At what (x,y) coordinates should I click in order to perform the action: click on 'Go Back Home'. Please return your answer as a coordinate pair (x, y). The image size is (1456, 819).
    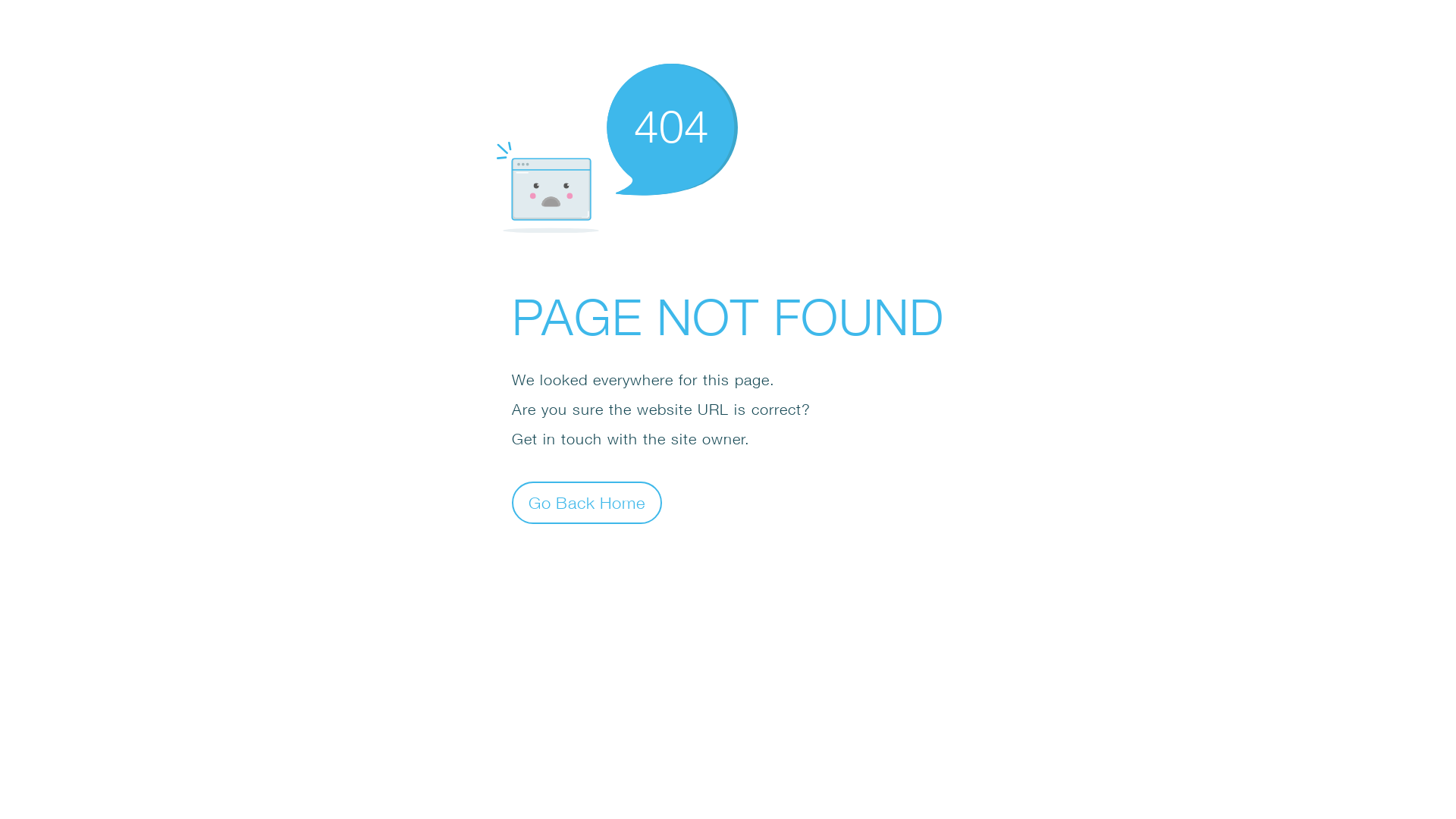
    Looking at the image, I should click on (585, 503).